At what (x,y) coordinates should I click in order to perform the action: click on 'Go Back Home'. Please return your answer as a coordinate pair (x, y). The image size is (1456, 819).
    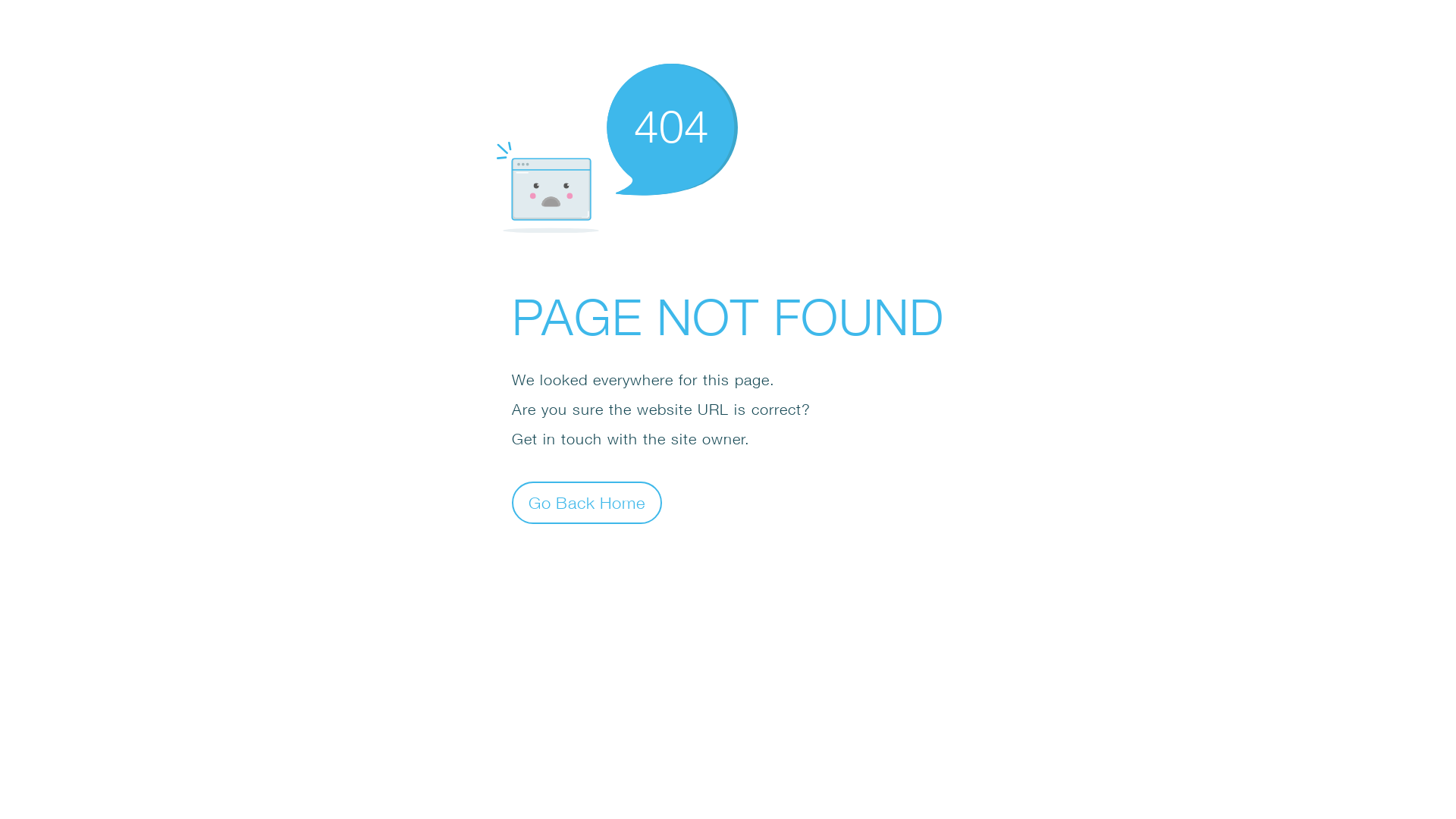
    Looking at the image, I should click on (585, 503).